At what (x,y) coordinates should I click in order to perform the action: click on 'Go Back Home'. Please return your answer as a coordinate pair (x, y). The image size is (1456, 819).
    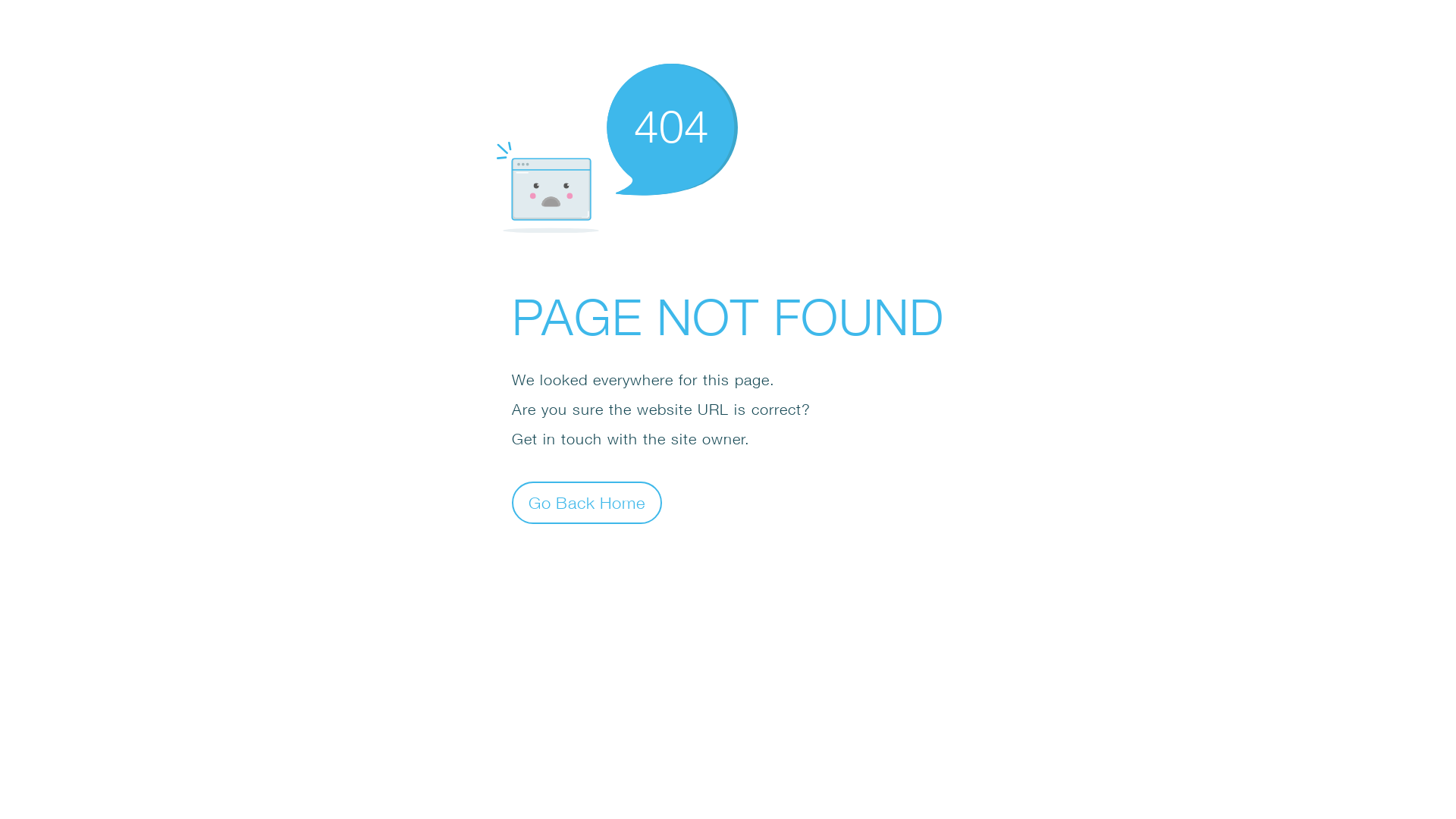
    Looking at the image, I should click on (585, 503).